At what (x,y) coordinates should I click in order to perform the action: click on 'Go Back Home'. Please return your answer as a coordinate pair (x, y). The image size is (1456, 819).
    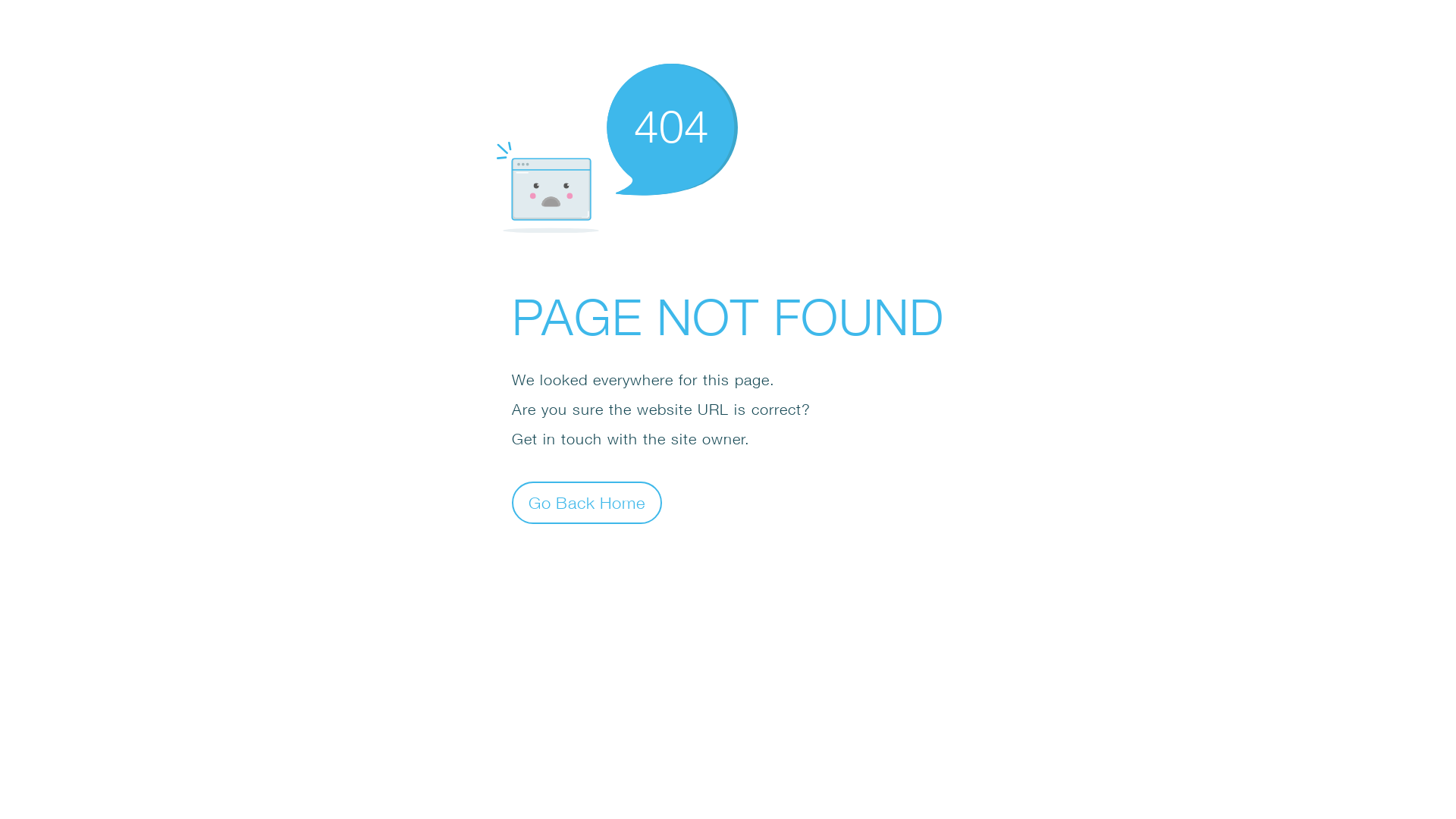
    Looking at the image, I should click on (585, 503).